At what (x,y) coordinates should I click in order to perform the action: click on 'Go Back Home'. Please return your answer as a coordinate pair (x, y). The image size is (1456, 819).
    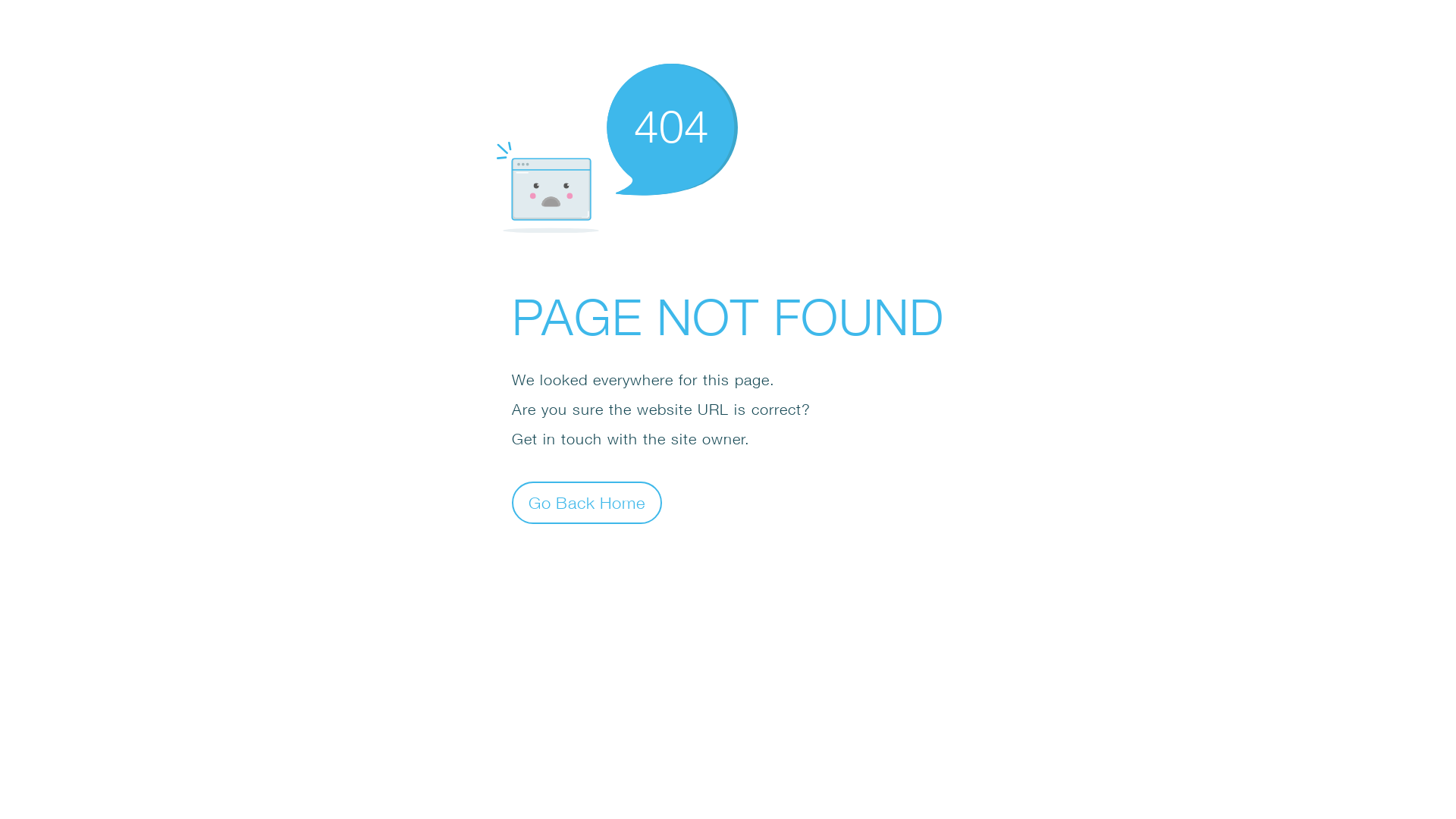
    Looking at the image, I should click on (585, 503).